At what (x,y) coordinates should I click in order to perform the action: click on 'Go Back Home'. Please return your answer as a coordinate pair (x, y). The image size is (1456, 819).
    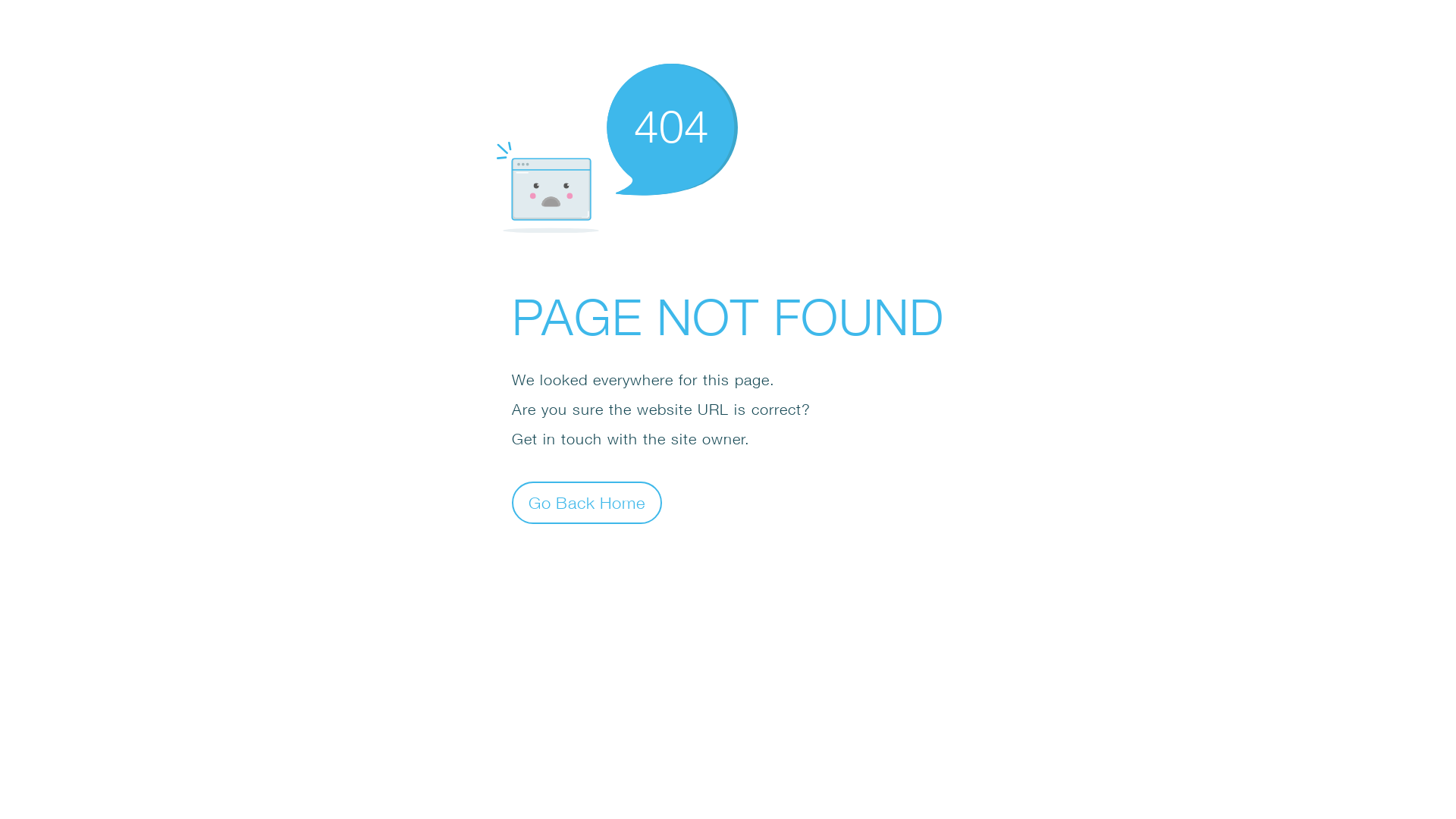
    Looking at the image, I should click on (585, 503).